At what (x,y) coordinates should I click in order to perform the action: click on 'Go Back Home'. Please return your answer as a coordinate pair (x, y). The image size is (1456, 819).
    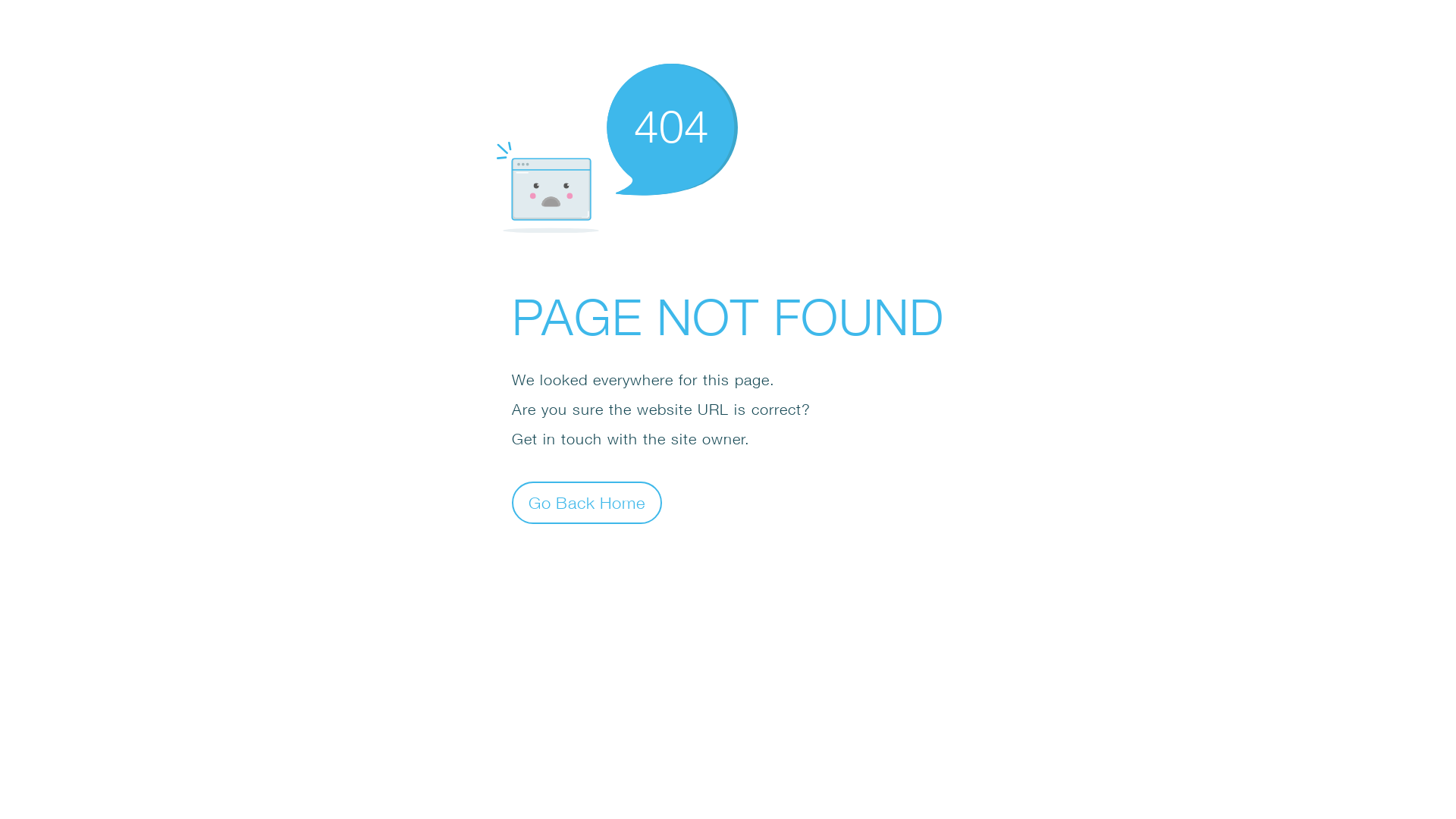
    Looking at the image, I should click on (585, 503).